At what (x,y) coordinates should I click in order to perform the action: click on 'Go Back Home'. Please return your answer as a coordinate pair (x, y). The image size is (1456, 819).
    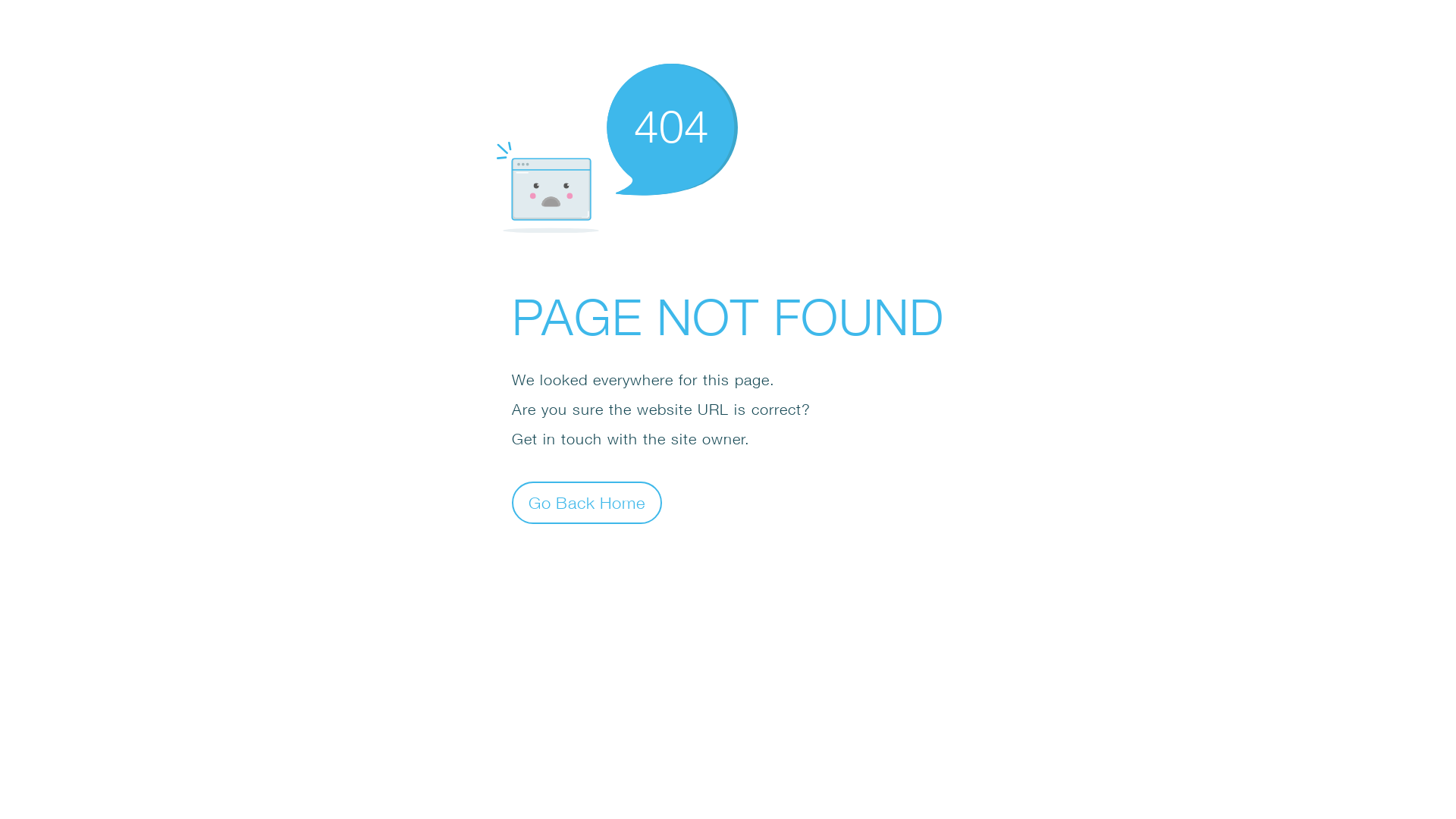
    Looking at the image, I should click on (585, 503).